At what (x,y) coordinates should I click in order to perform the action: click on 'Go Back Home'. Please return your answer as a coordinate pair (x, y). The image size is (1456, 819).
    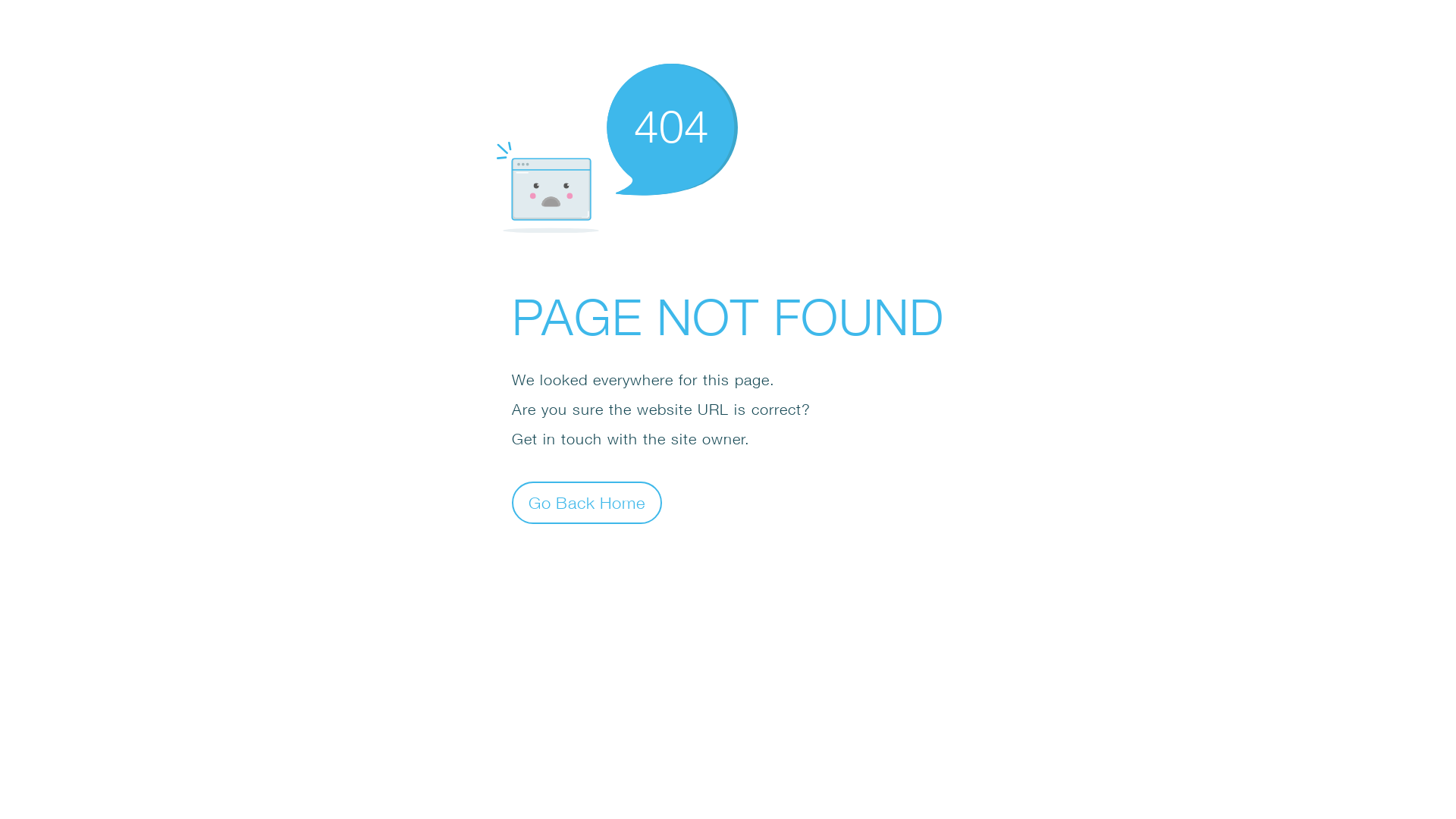
    Looking at the image, I should click on (585, 503).